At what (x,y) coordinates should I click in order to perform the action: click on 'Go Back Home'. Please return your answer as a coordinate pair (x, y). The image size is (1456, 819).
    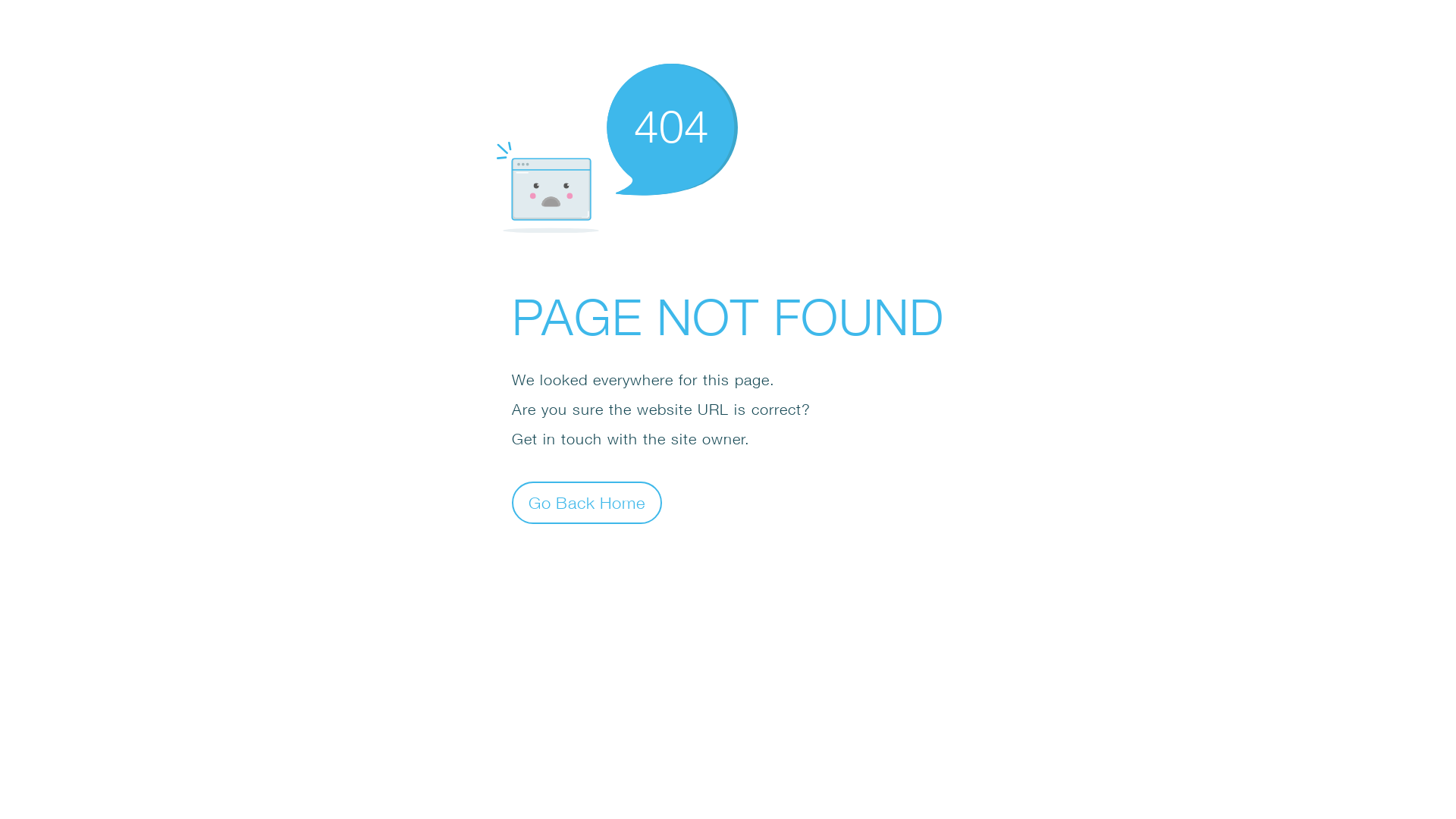
    Looking at the image, I should click on (585, 503).